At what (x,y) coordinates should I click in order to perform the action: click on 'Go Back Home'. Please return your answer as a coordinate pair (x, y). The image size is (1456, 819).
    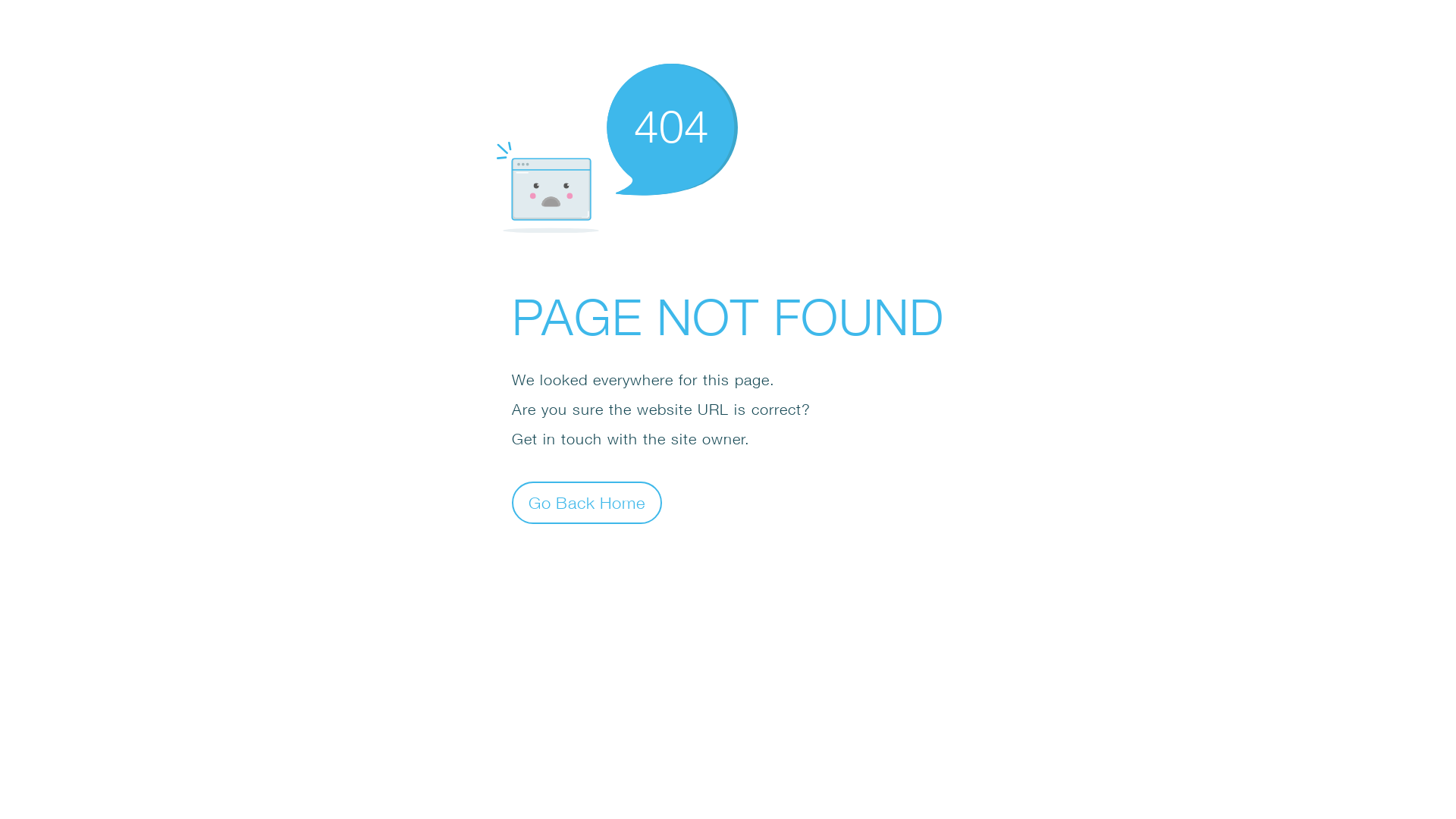
    Looking at the image, I should click on (585, 503).